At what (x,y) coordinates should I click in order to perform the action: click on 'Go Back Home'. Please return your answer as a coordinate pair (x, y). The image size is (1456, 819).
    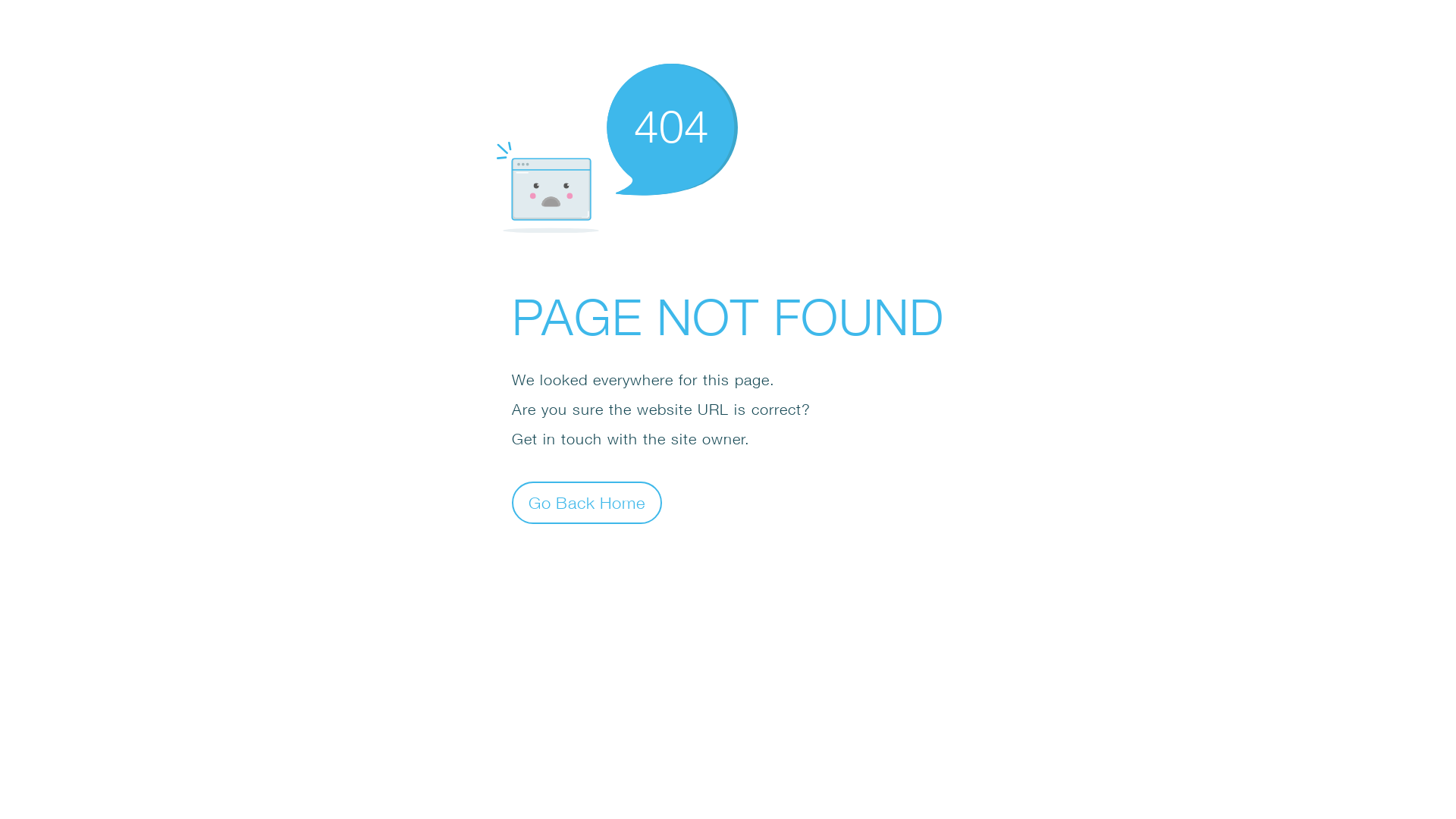
    Looking at the image, I should click on (585, 503).